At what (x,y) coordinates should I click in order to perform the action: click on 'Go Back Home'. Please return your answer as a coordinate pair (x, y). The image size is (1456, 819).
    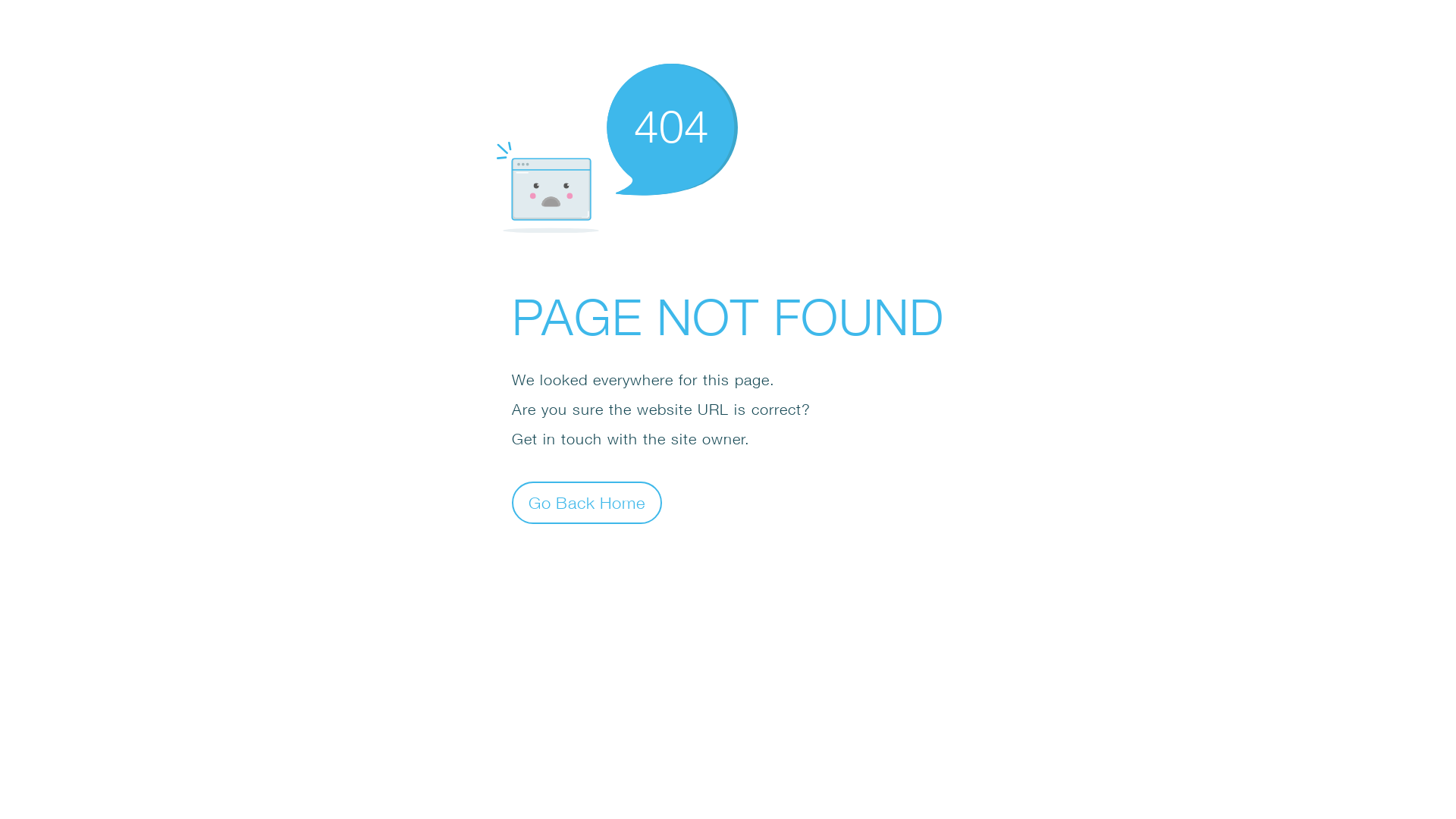
    Looking at the image, I should click on (585, 503).